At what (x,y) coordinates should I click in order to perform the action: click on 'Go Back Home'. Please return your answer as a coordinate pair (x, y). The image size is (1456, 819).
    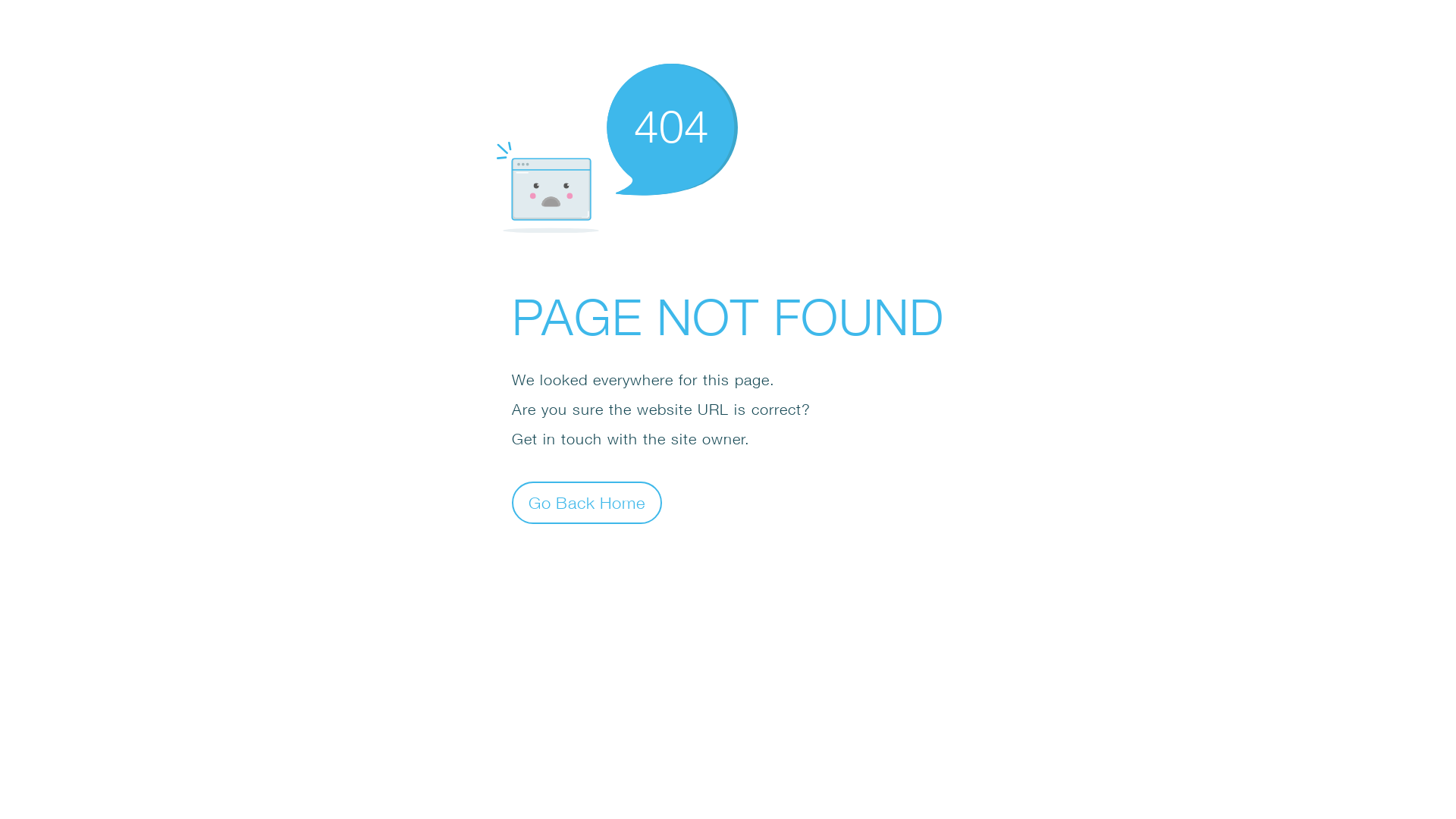
    Looking at the image, I should click on (585, 503).